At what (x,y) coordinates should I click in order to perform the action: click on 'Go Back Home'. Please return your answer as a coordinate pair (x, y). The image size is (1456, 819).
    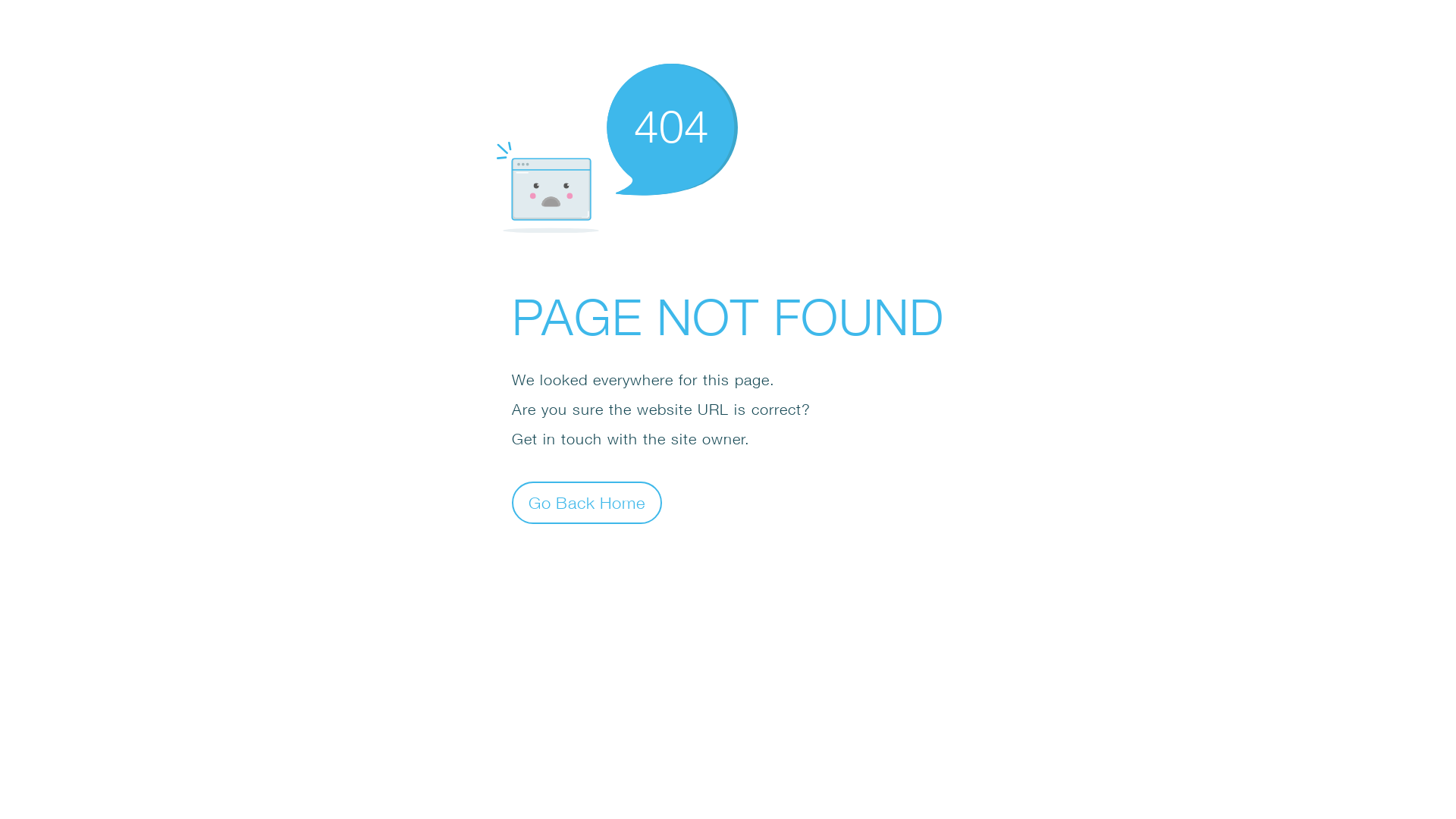
    Looking at the image, I should click on (585, 503).